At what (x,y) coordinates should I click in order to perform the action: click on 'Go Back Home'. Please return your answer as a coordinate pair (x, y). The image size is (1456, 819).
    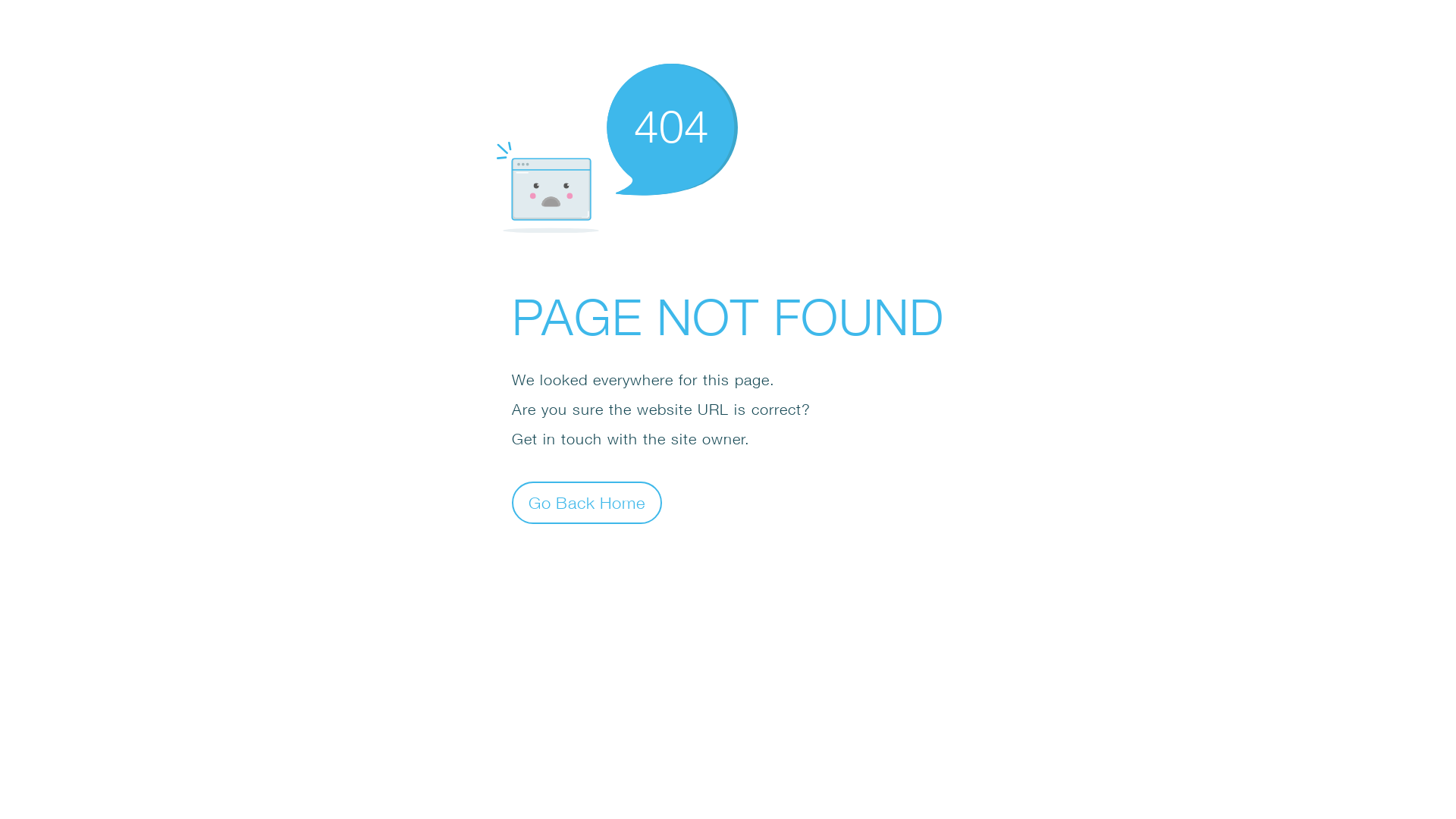
    Looking at the image, I should click on (585, 503).